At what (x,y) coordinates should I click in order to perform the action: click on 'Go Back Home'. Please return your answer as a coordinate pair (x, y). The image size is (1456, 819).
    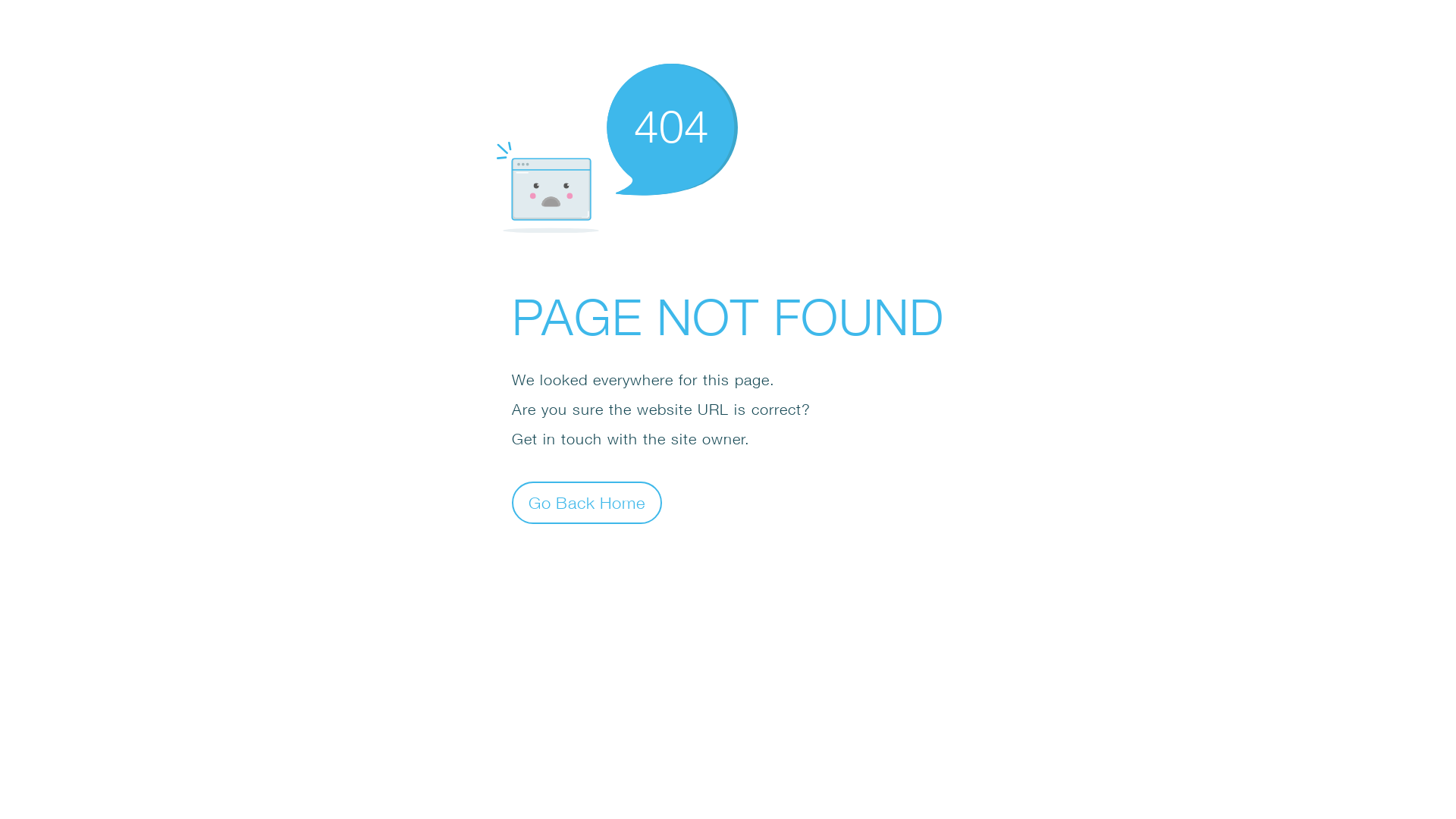
    Looking at the image, I should click on (585, 503).